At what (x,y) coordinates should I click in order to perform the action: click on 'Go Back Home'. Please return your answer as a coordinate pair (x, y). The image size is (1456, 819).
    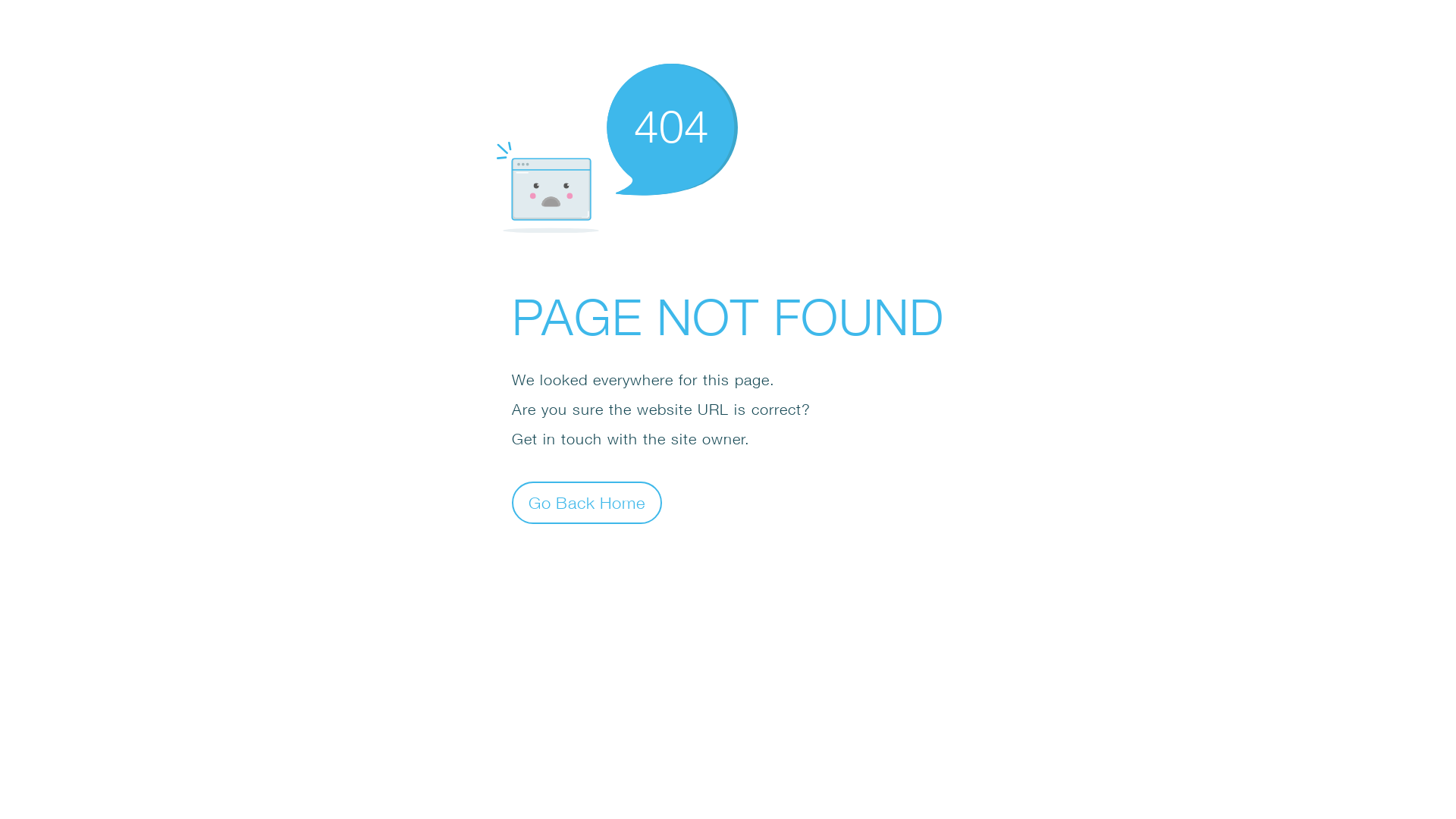
    Looking at the image, I should click on (585, 503).